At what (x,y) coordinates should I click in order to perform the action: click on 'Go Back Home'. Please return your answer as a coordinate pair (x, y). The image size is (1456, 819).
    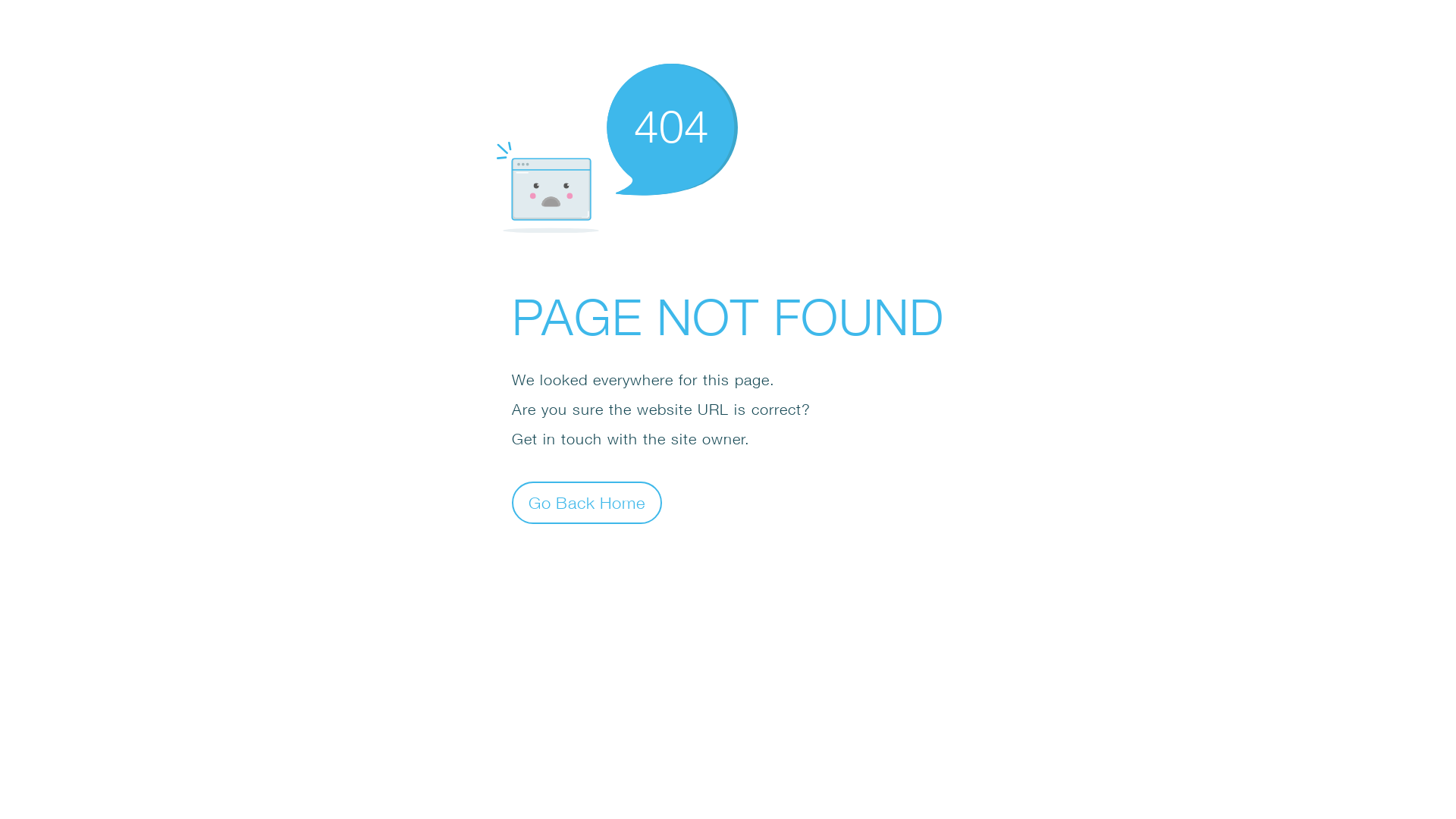
    Looking at the image, I should click on (585, 503).